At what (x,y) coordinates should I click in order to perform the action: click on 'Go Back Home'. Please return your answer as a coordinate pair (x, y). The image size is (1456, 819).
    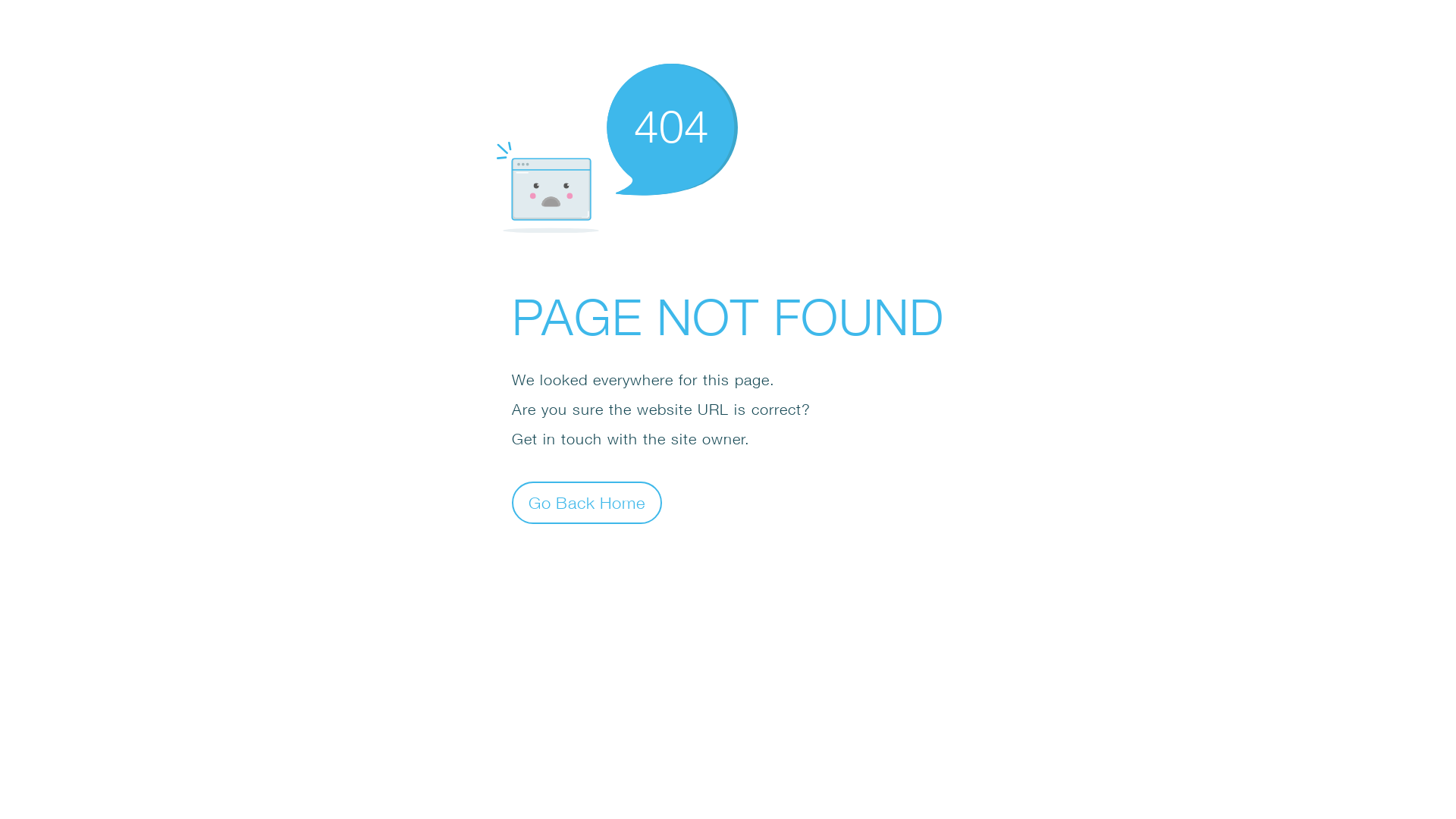
    Looking at the image, I should click on (585, 503).